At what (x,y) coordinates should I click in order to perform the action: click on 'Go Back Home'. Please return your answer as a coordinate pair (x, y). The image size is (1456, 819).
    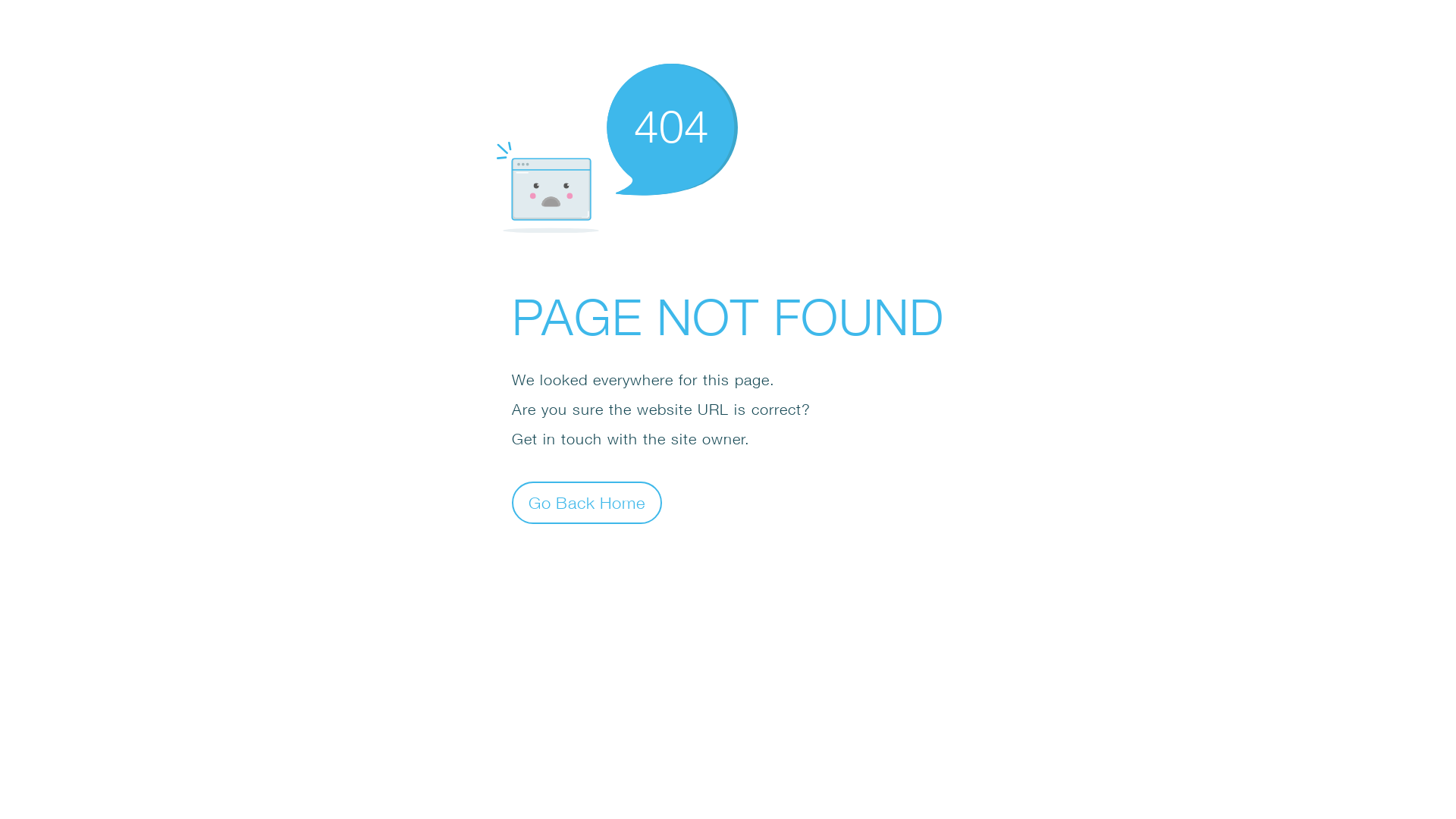
    Looking at the image, I should click on (585, 503).